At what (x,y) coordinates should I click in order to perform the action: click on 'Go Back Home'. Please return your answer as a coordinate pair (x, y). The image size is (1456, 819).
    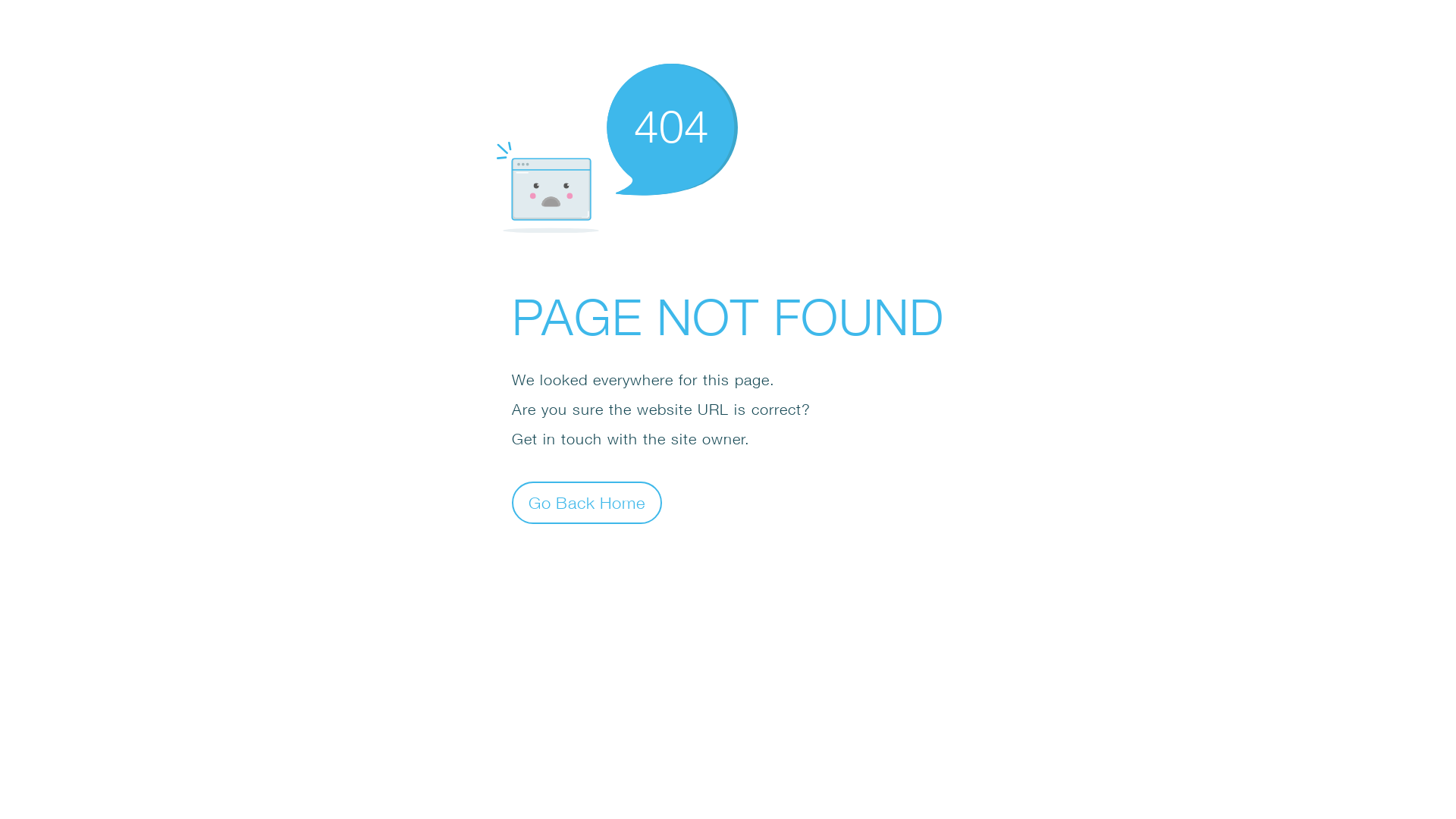
    Looking at the image, I should click on (585, 503).